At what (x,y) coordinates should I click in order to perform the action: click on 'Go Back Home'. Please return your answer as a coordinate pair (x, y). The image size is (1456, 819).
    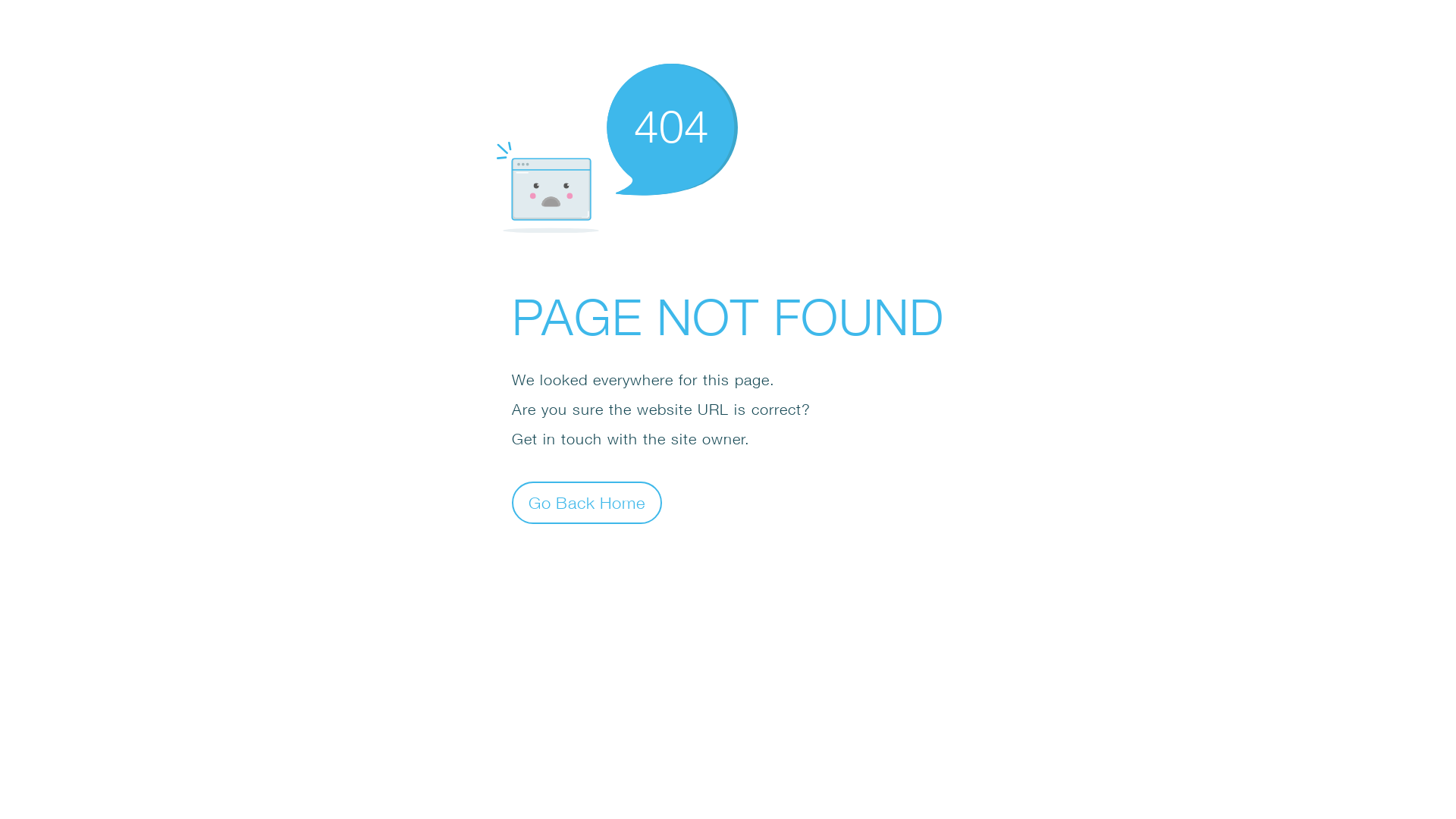
    Looking at the image, I should click on (585, 503).